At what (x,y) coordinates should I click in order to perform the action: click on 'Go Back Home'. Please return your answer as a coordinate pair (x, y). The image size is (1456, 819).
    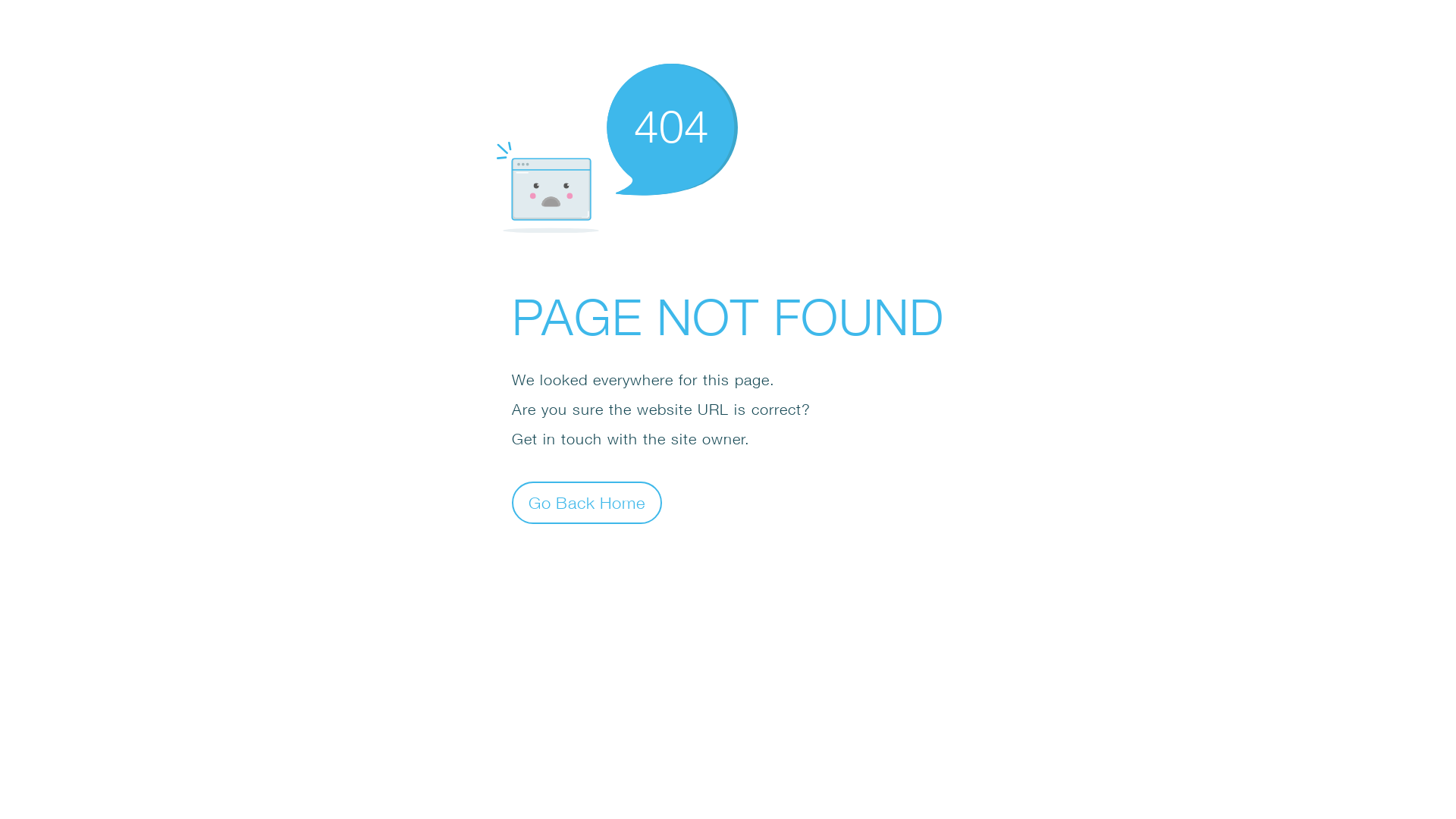
    Looking at the image, I should click on (585, 503).